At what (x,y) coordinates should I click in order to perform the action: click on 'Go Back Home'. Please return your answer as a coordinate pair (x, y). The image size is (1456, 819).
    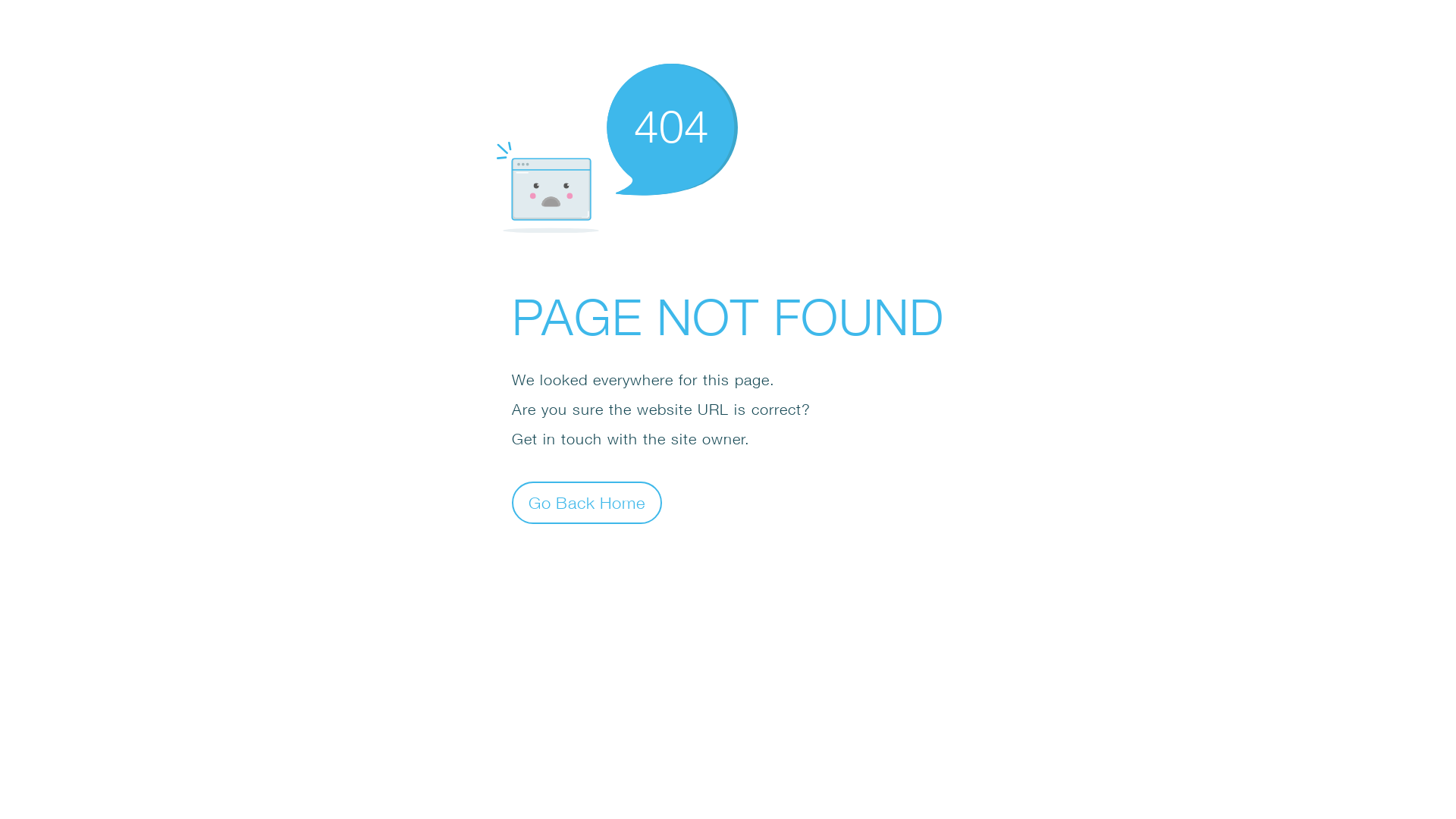
    Looking at the image, I should click on (585, 503).